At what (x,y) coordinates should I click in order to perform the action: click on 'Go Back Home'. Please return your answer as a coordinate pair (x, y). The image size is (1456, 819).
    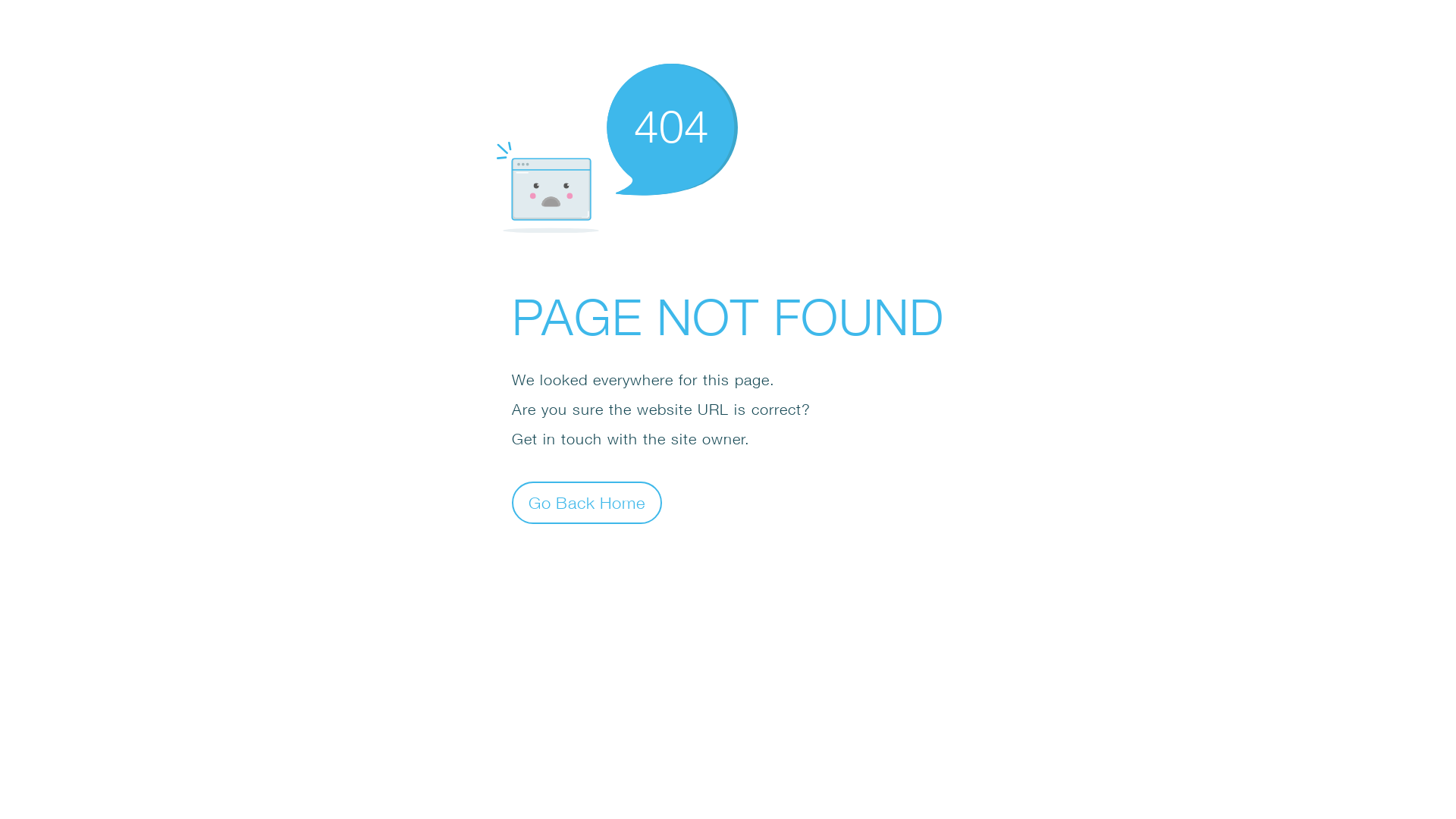
    Looking at the image, I should click on (585, 503).